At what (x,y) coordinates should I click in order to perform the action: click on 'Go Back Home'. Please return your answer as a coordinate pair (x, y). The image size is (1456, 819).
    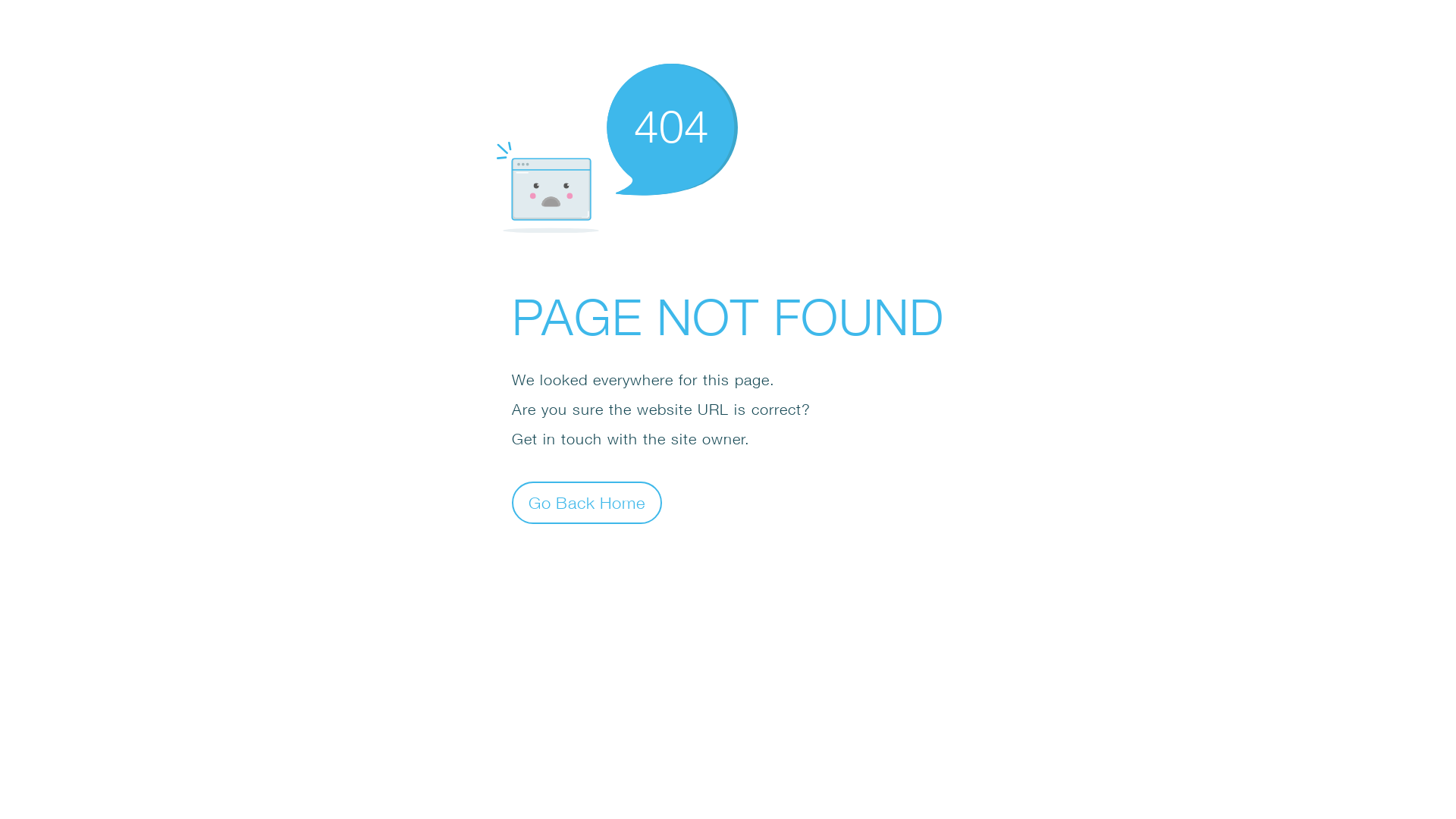
    Looking at the image, I should click on (585, 503).